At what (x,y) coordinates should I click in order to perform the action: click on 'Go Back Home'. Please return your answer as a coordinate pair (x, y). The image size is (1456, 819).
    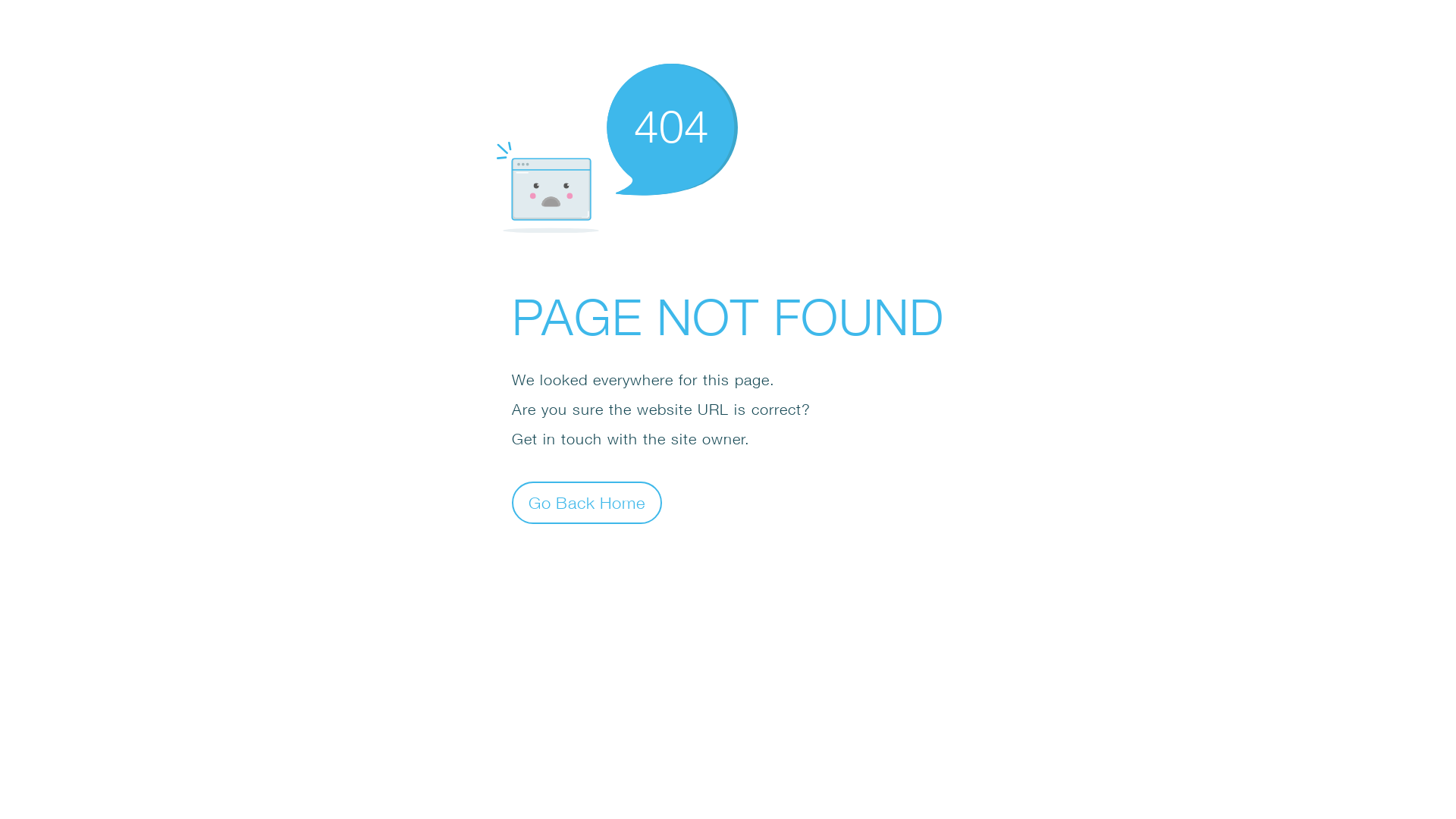
    Looking at the image, I should click on (585, 503).